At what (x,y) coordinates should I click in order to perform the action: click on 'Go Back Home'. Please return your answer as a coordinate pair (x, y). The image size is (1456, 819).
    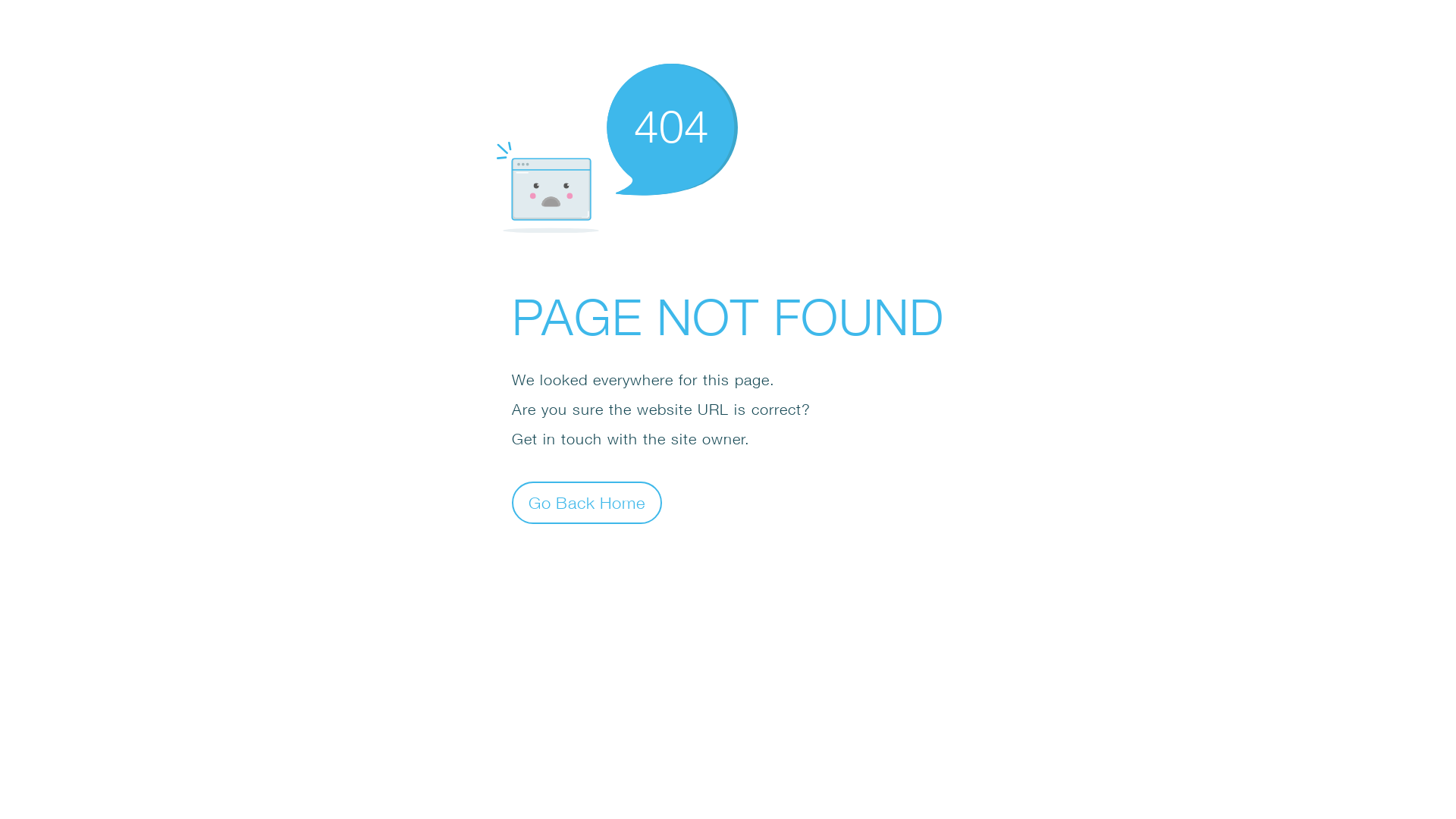
    Looking at the image, I should click on (585, 503).